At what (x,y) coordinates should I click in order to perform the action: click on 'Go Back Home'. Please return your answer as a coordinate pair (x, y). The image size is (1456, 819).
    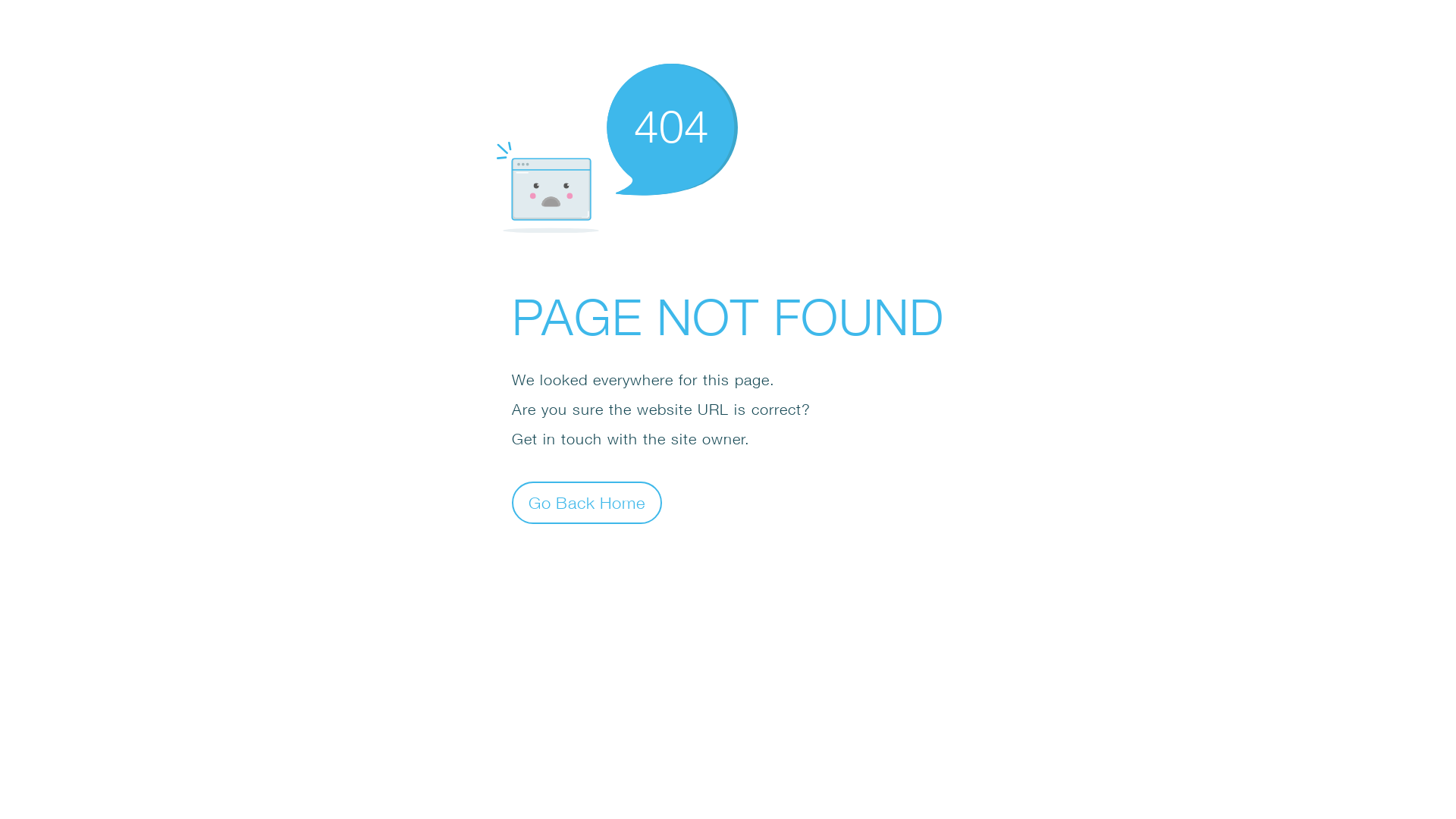
    Looking at the image, I should click on (585, 503).